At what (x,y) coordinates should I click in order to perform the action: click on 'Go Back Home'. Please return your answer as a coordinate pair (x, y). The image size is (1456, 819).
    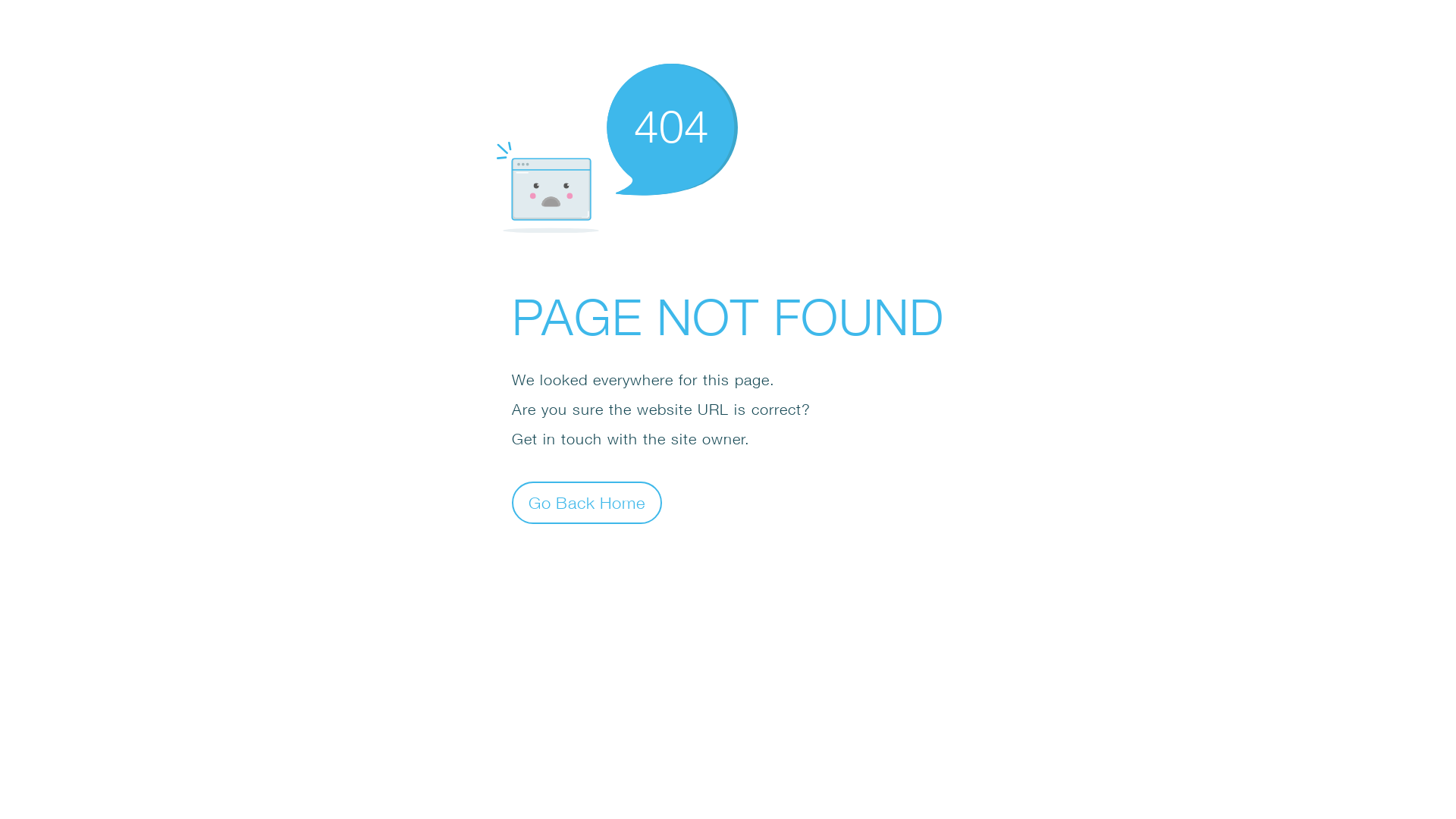
    Looking at the image, I should click on (585, 503).